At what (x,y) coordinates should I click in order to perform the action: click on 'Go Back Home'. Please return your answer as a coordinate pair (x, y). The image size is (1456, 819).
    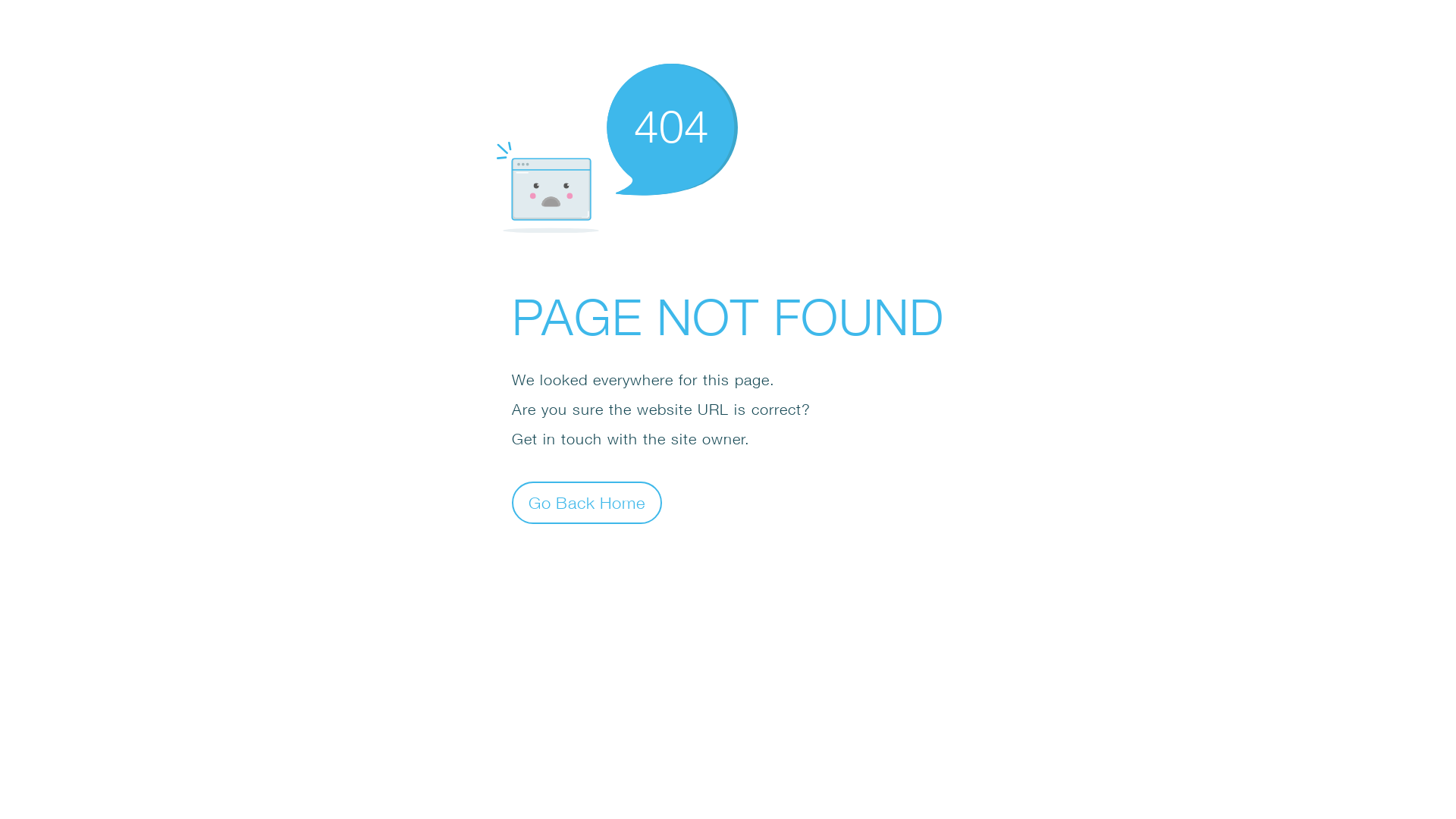
    Looking at the image, I should click on (585, 503).